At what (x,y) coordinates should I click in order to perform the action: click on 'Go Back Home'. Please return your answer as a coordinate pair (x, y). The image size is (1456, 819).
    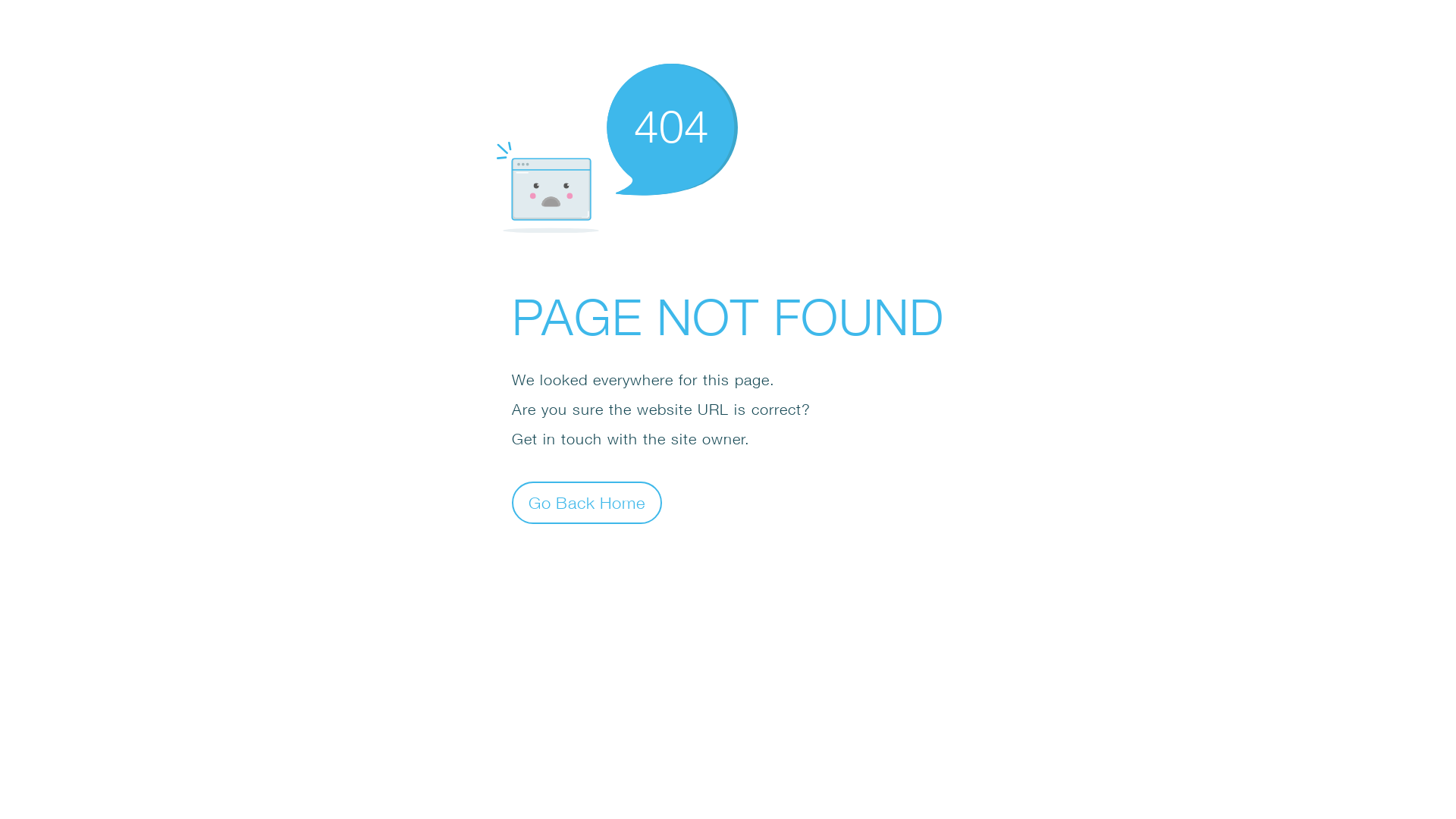
    Looking at the image, I should click on (585, 503).